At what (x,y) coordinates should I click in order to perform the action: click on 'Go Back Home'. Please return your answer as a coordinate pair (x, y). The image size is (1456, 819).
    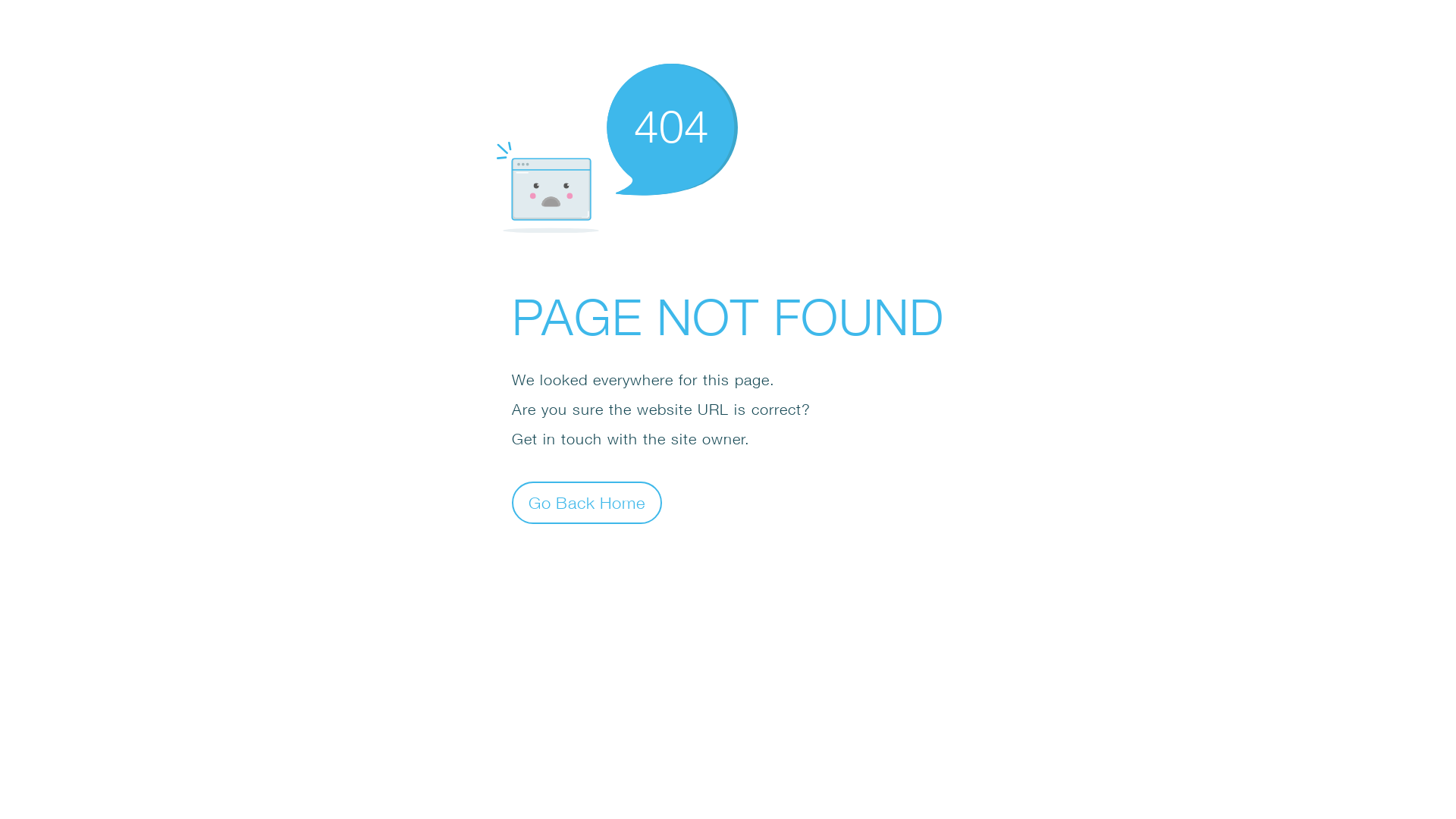
    Looking at the image, I should click on (585, 503).